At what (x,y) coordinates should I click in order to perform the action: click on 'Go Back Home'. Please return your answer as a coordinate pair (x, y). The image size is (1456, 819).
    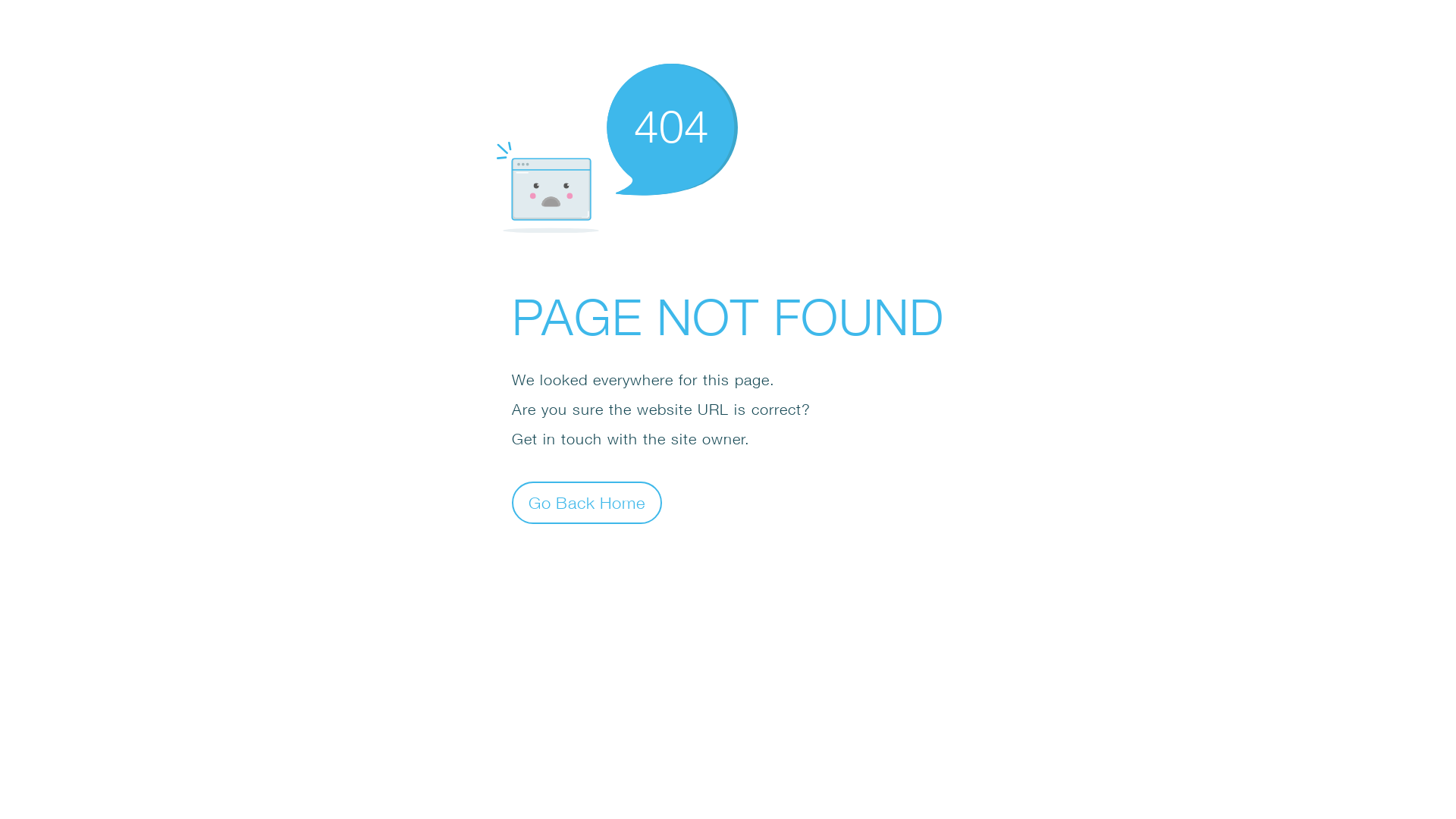
    Looking at the image, I should click on (585, 503).